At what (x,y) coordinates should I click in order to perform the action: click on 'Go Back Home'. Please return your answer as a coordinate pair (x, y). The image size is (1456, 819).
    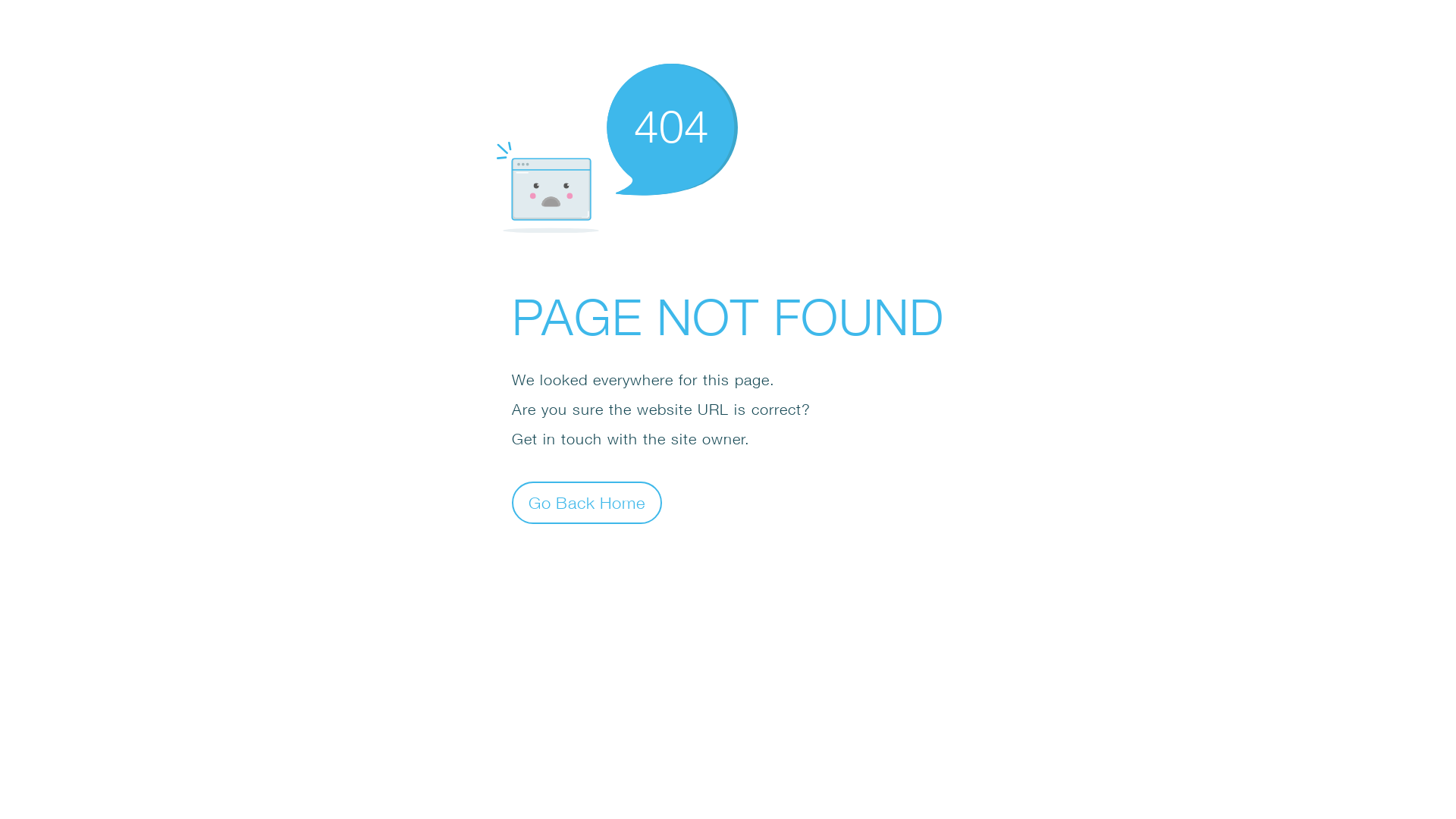
    Looking at the image, I should click on (585, 503).